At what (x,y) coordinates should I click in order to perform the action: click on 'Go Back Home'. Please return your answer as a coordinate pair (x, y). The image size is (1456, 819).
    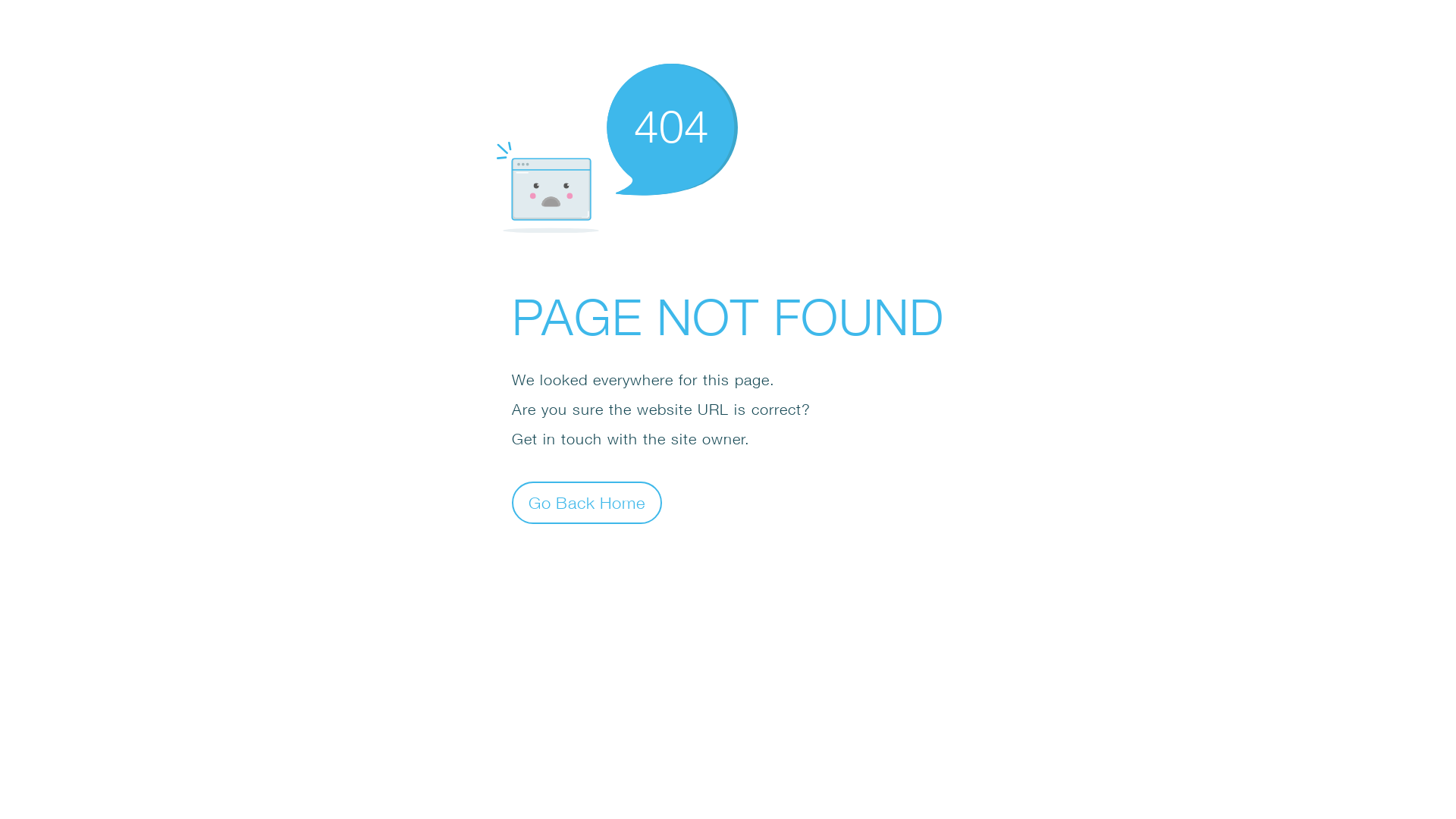
    Looking at the image, I should click on (585, 503).